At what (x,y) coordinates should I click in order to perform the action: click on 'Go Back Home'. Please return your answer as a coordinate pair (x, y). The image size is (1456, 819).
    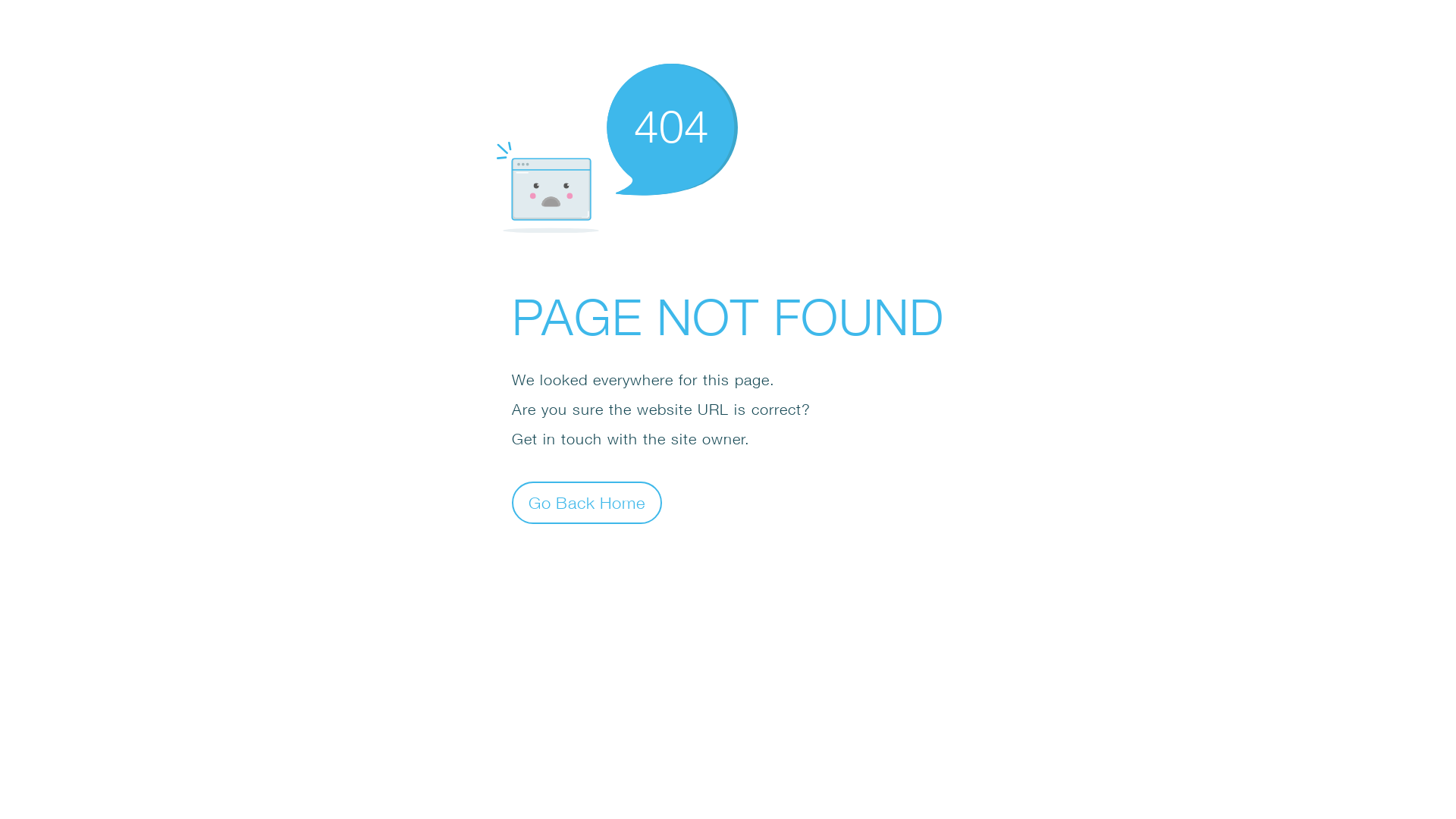
    Looking at the image, I should click on (585, 503).